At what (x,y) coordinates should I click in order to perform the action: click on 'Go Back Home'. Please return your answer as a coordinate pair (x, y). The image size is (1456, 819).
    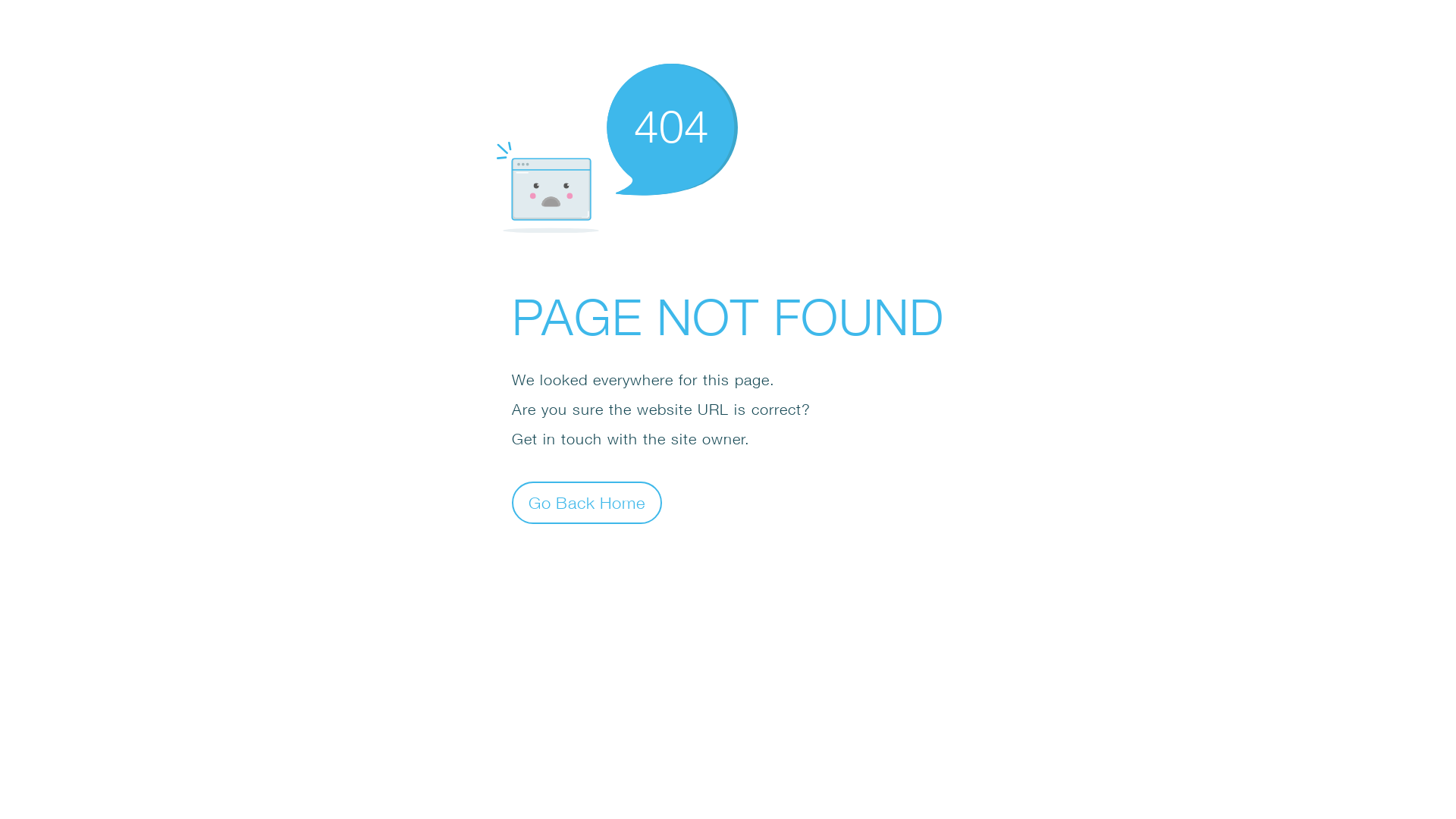
    Looking at the image, I should click on (585, 503).